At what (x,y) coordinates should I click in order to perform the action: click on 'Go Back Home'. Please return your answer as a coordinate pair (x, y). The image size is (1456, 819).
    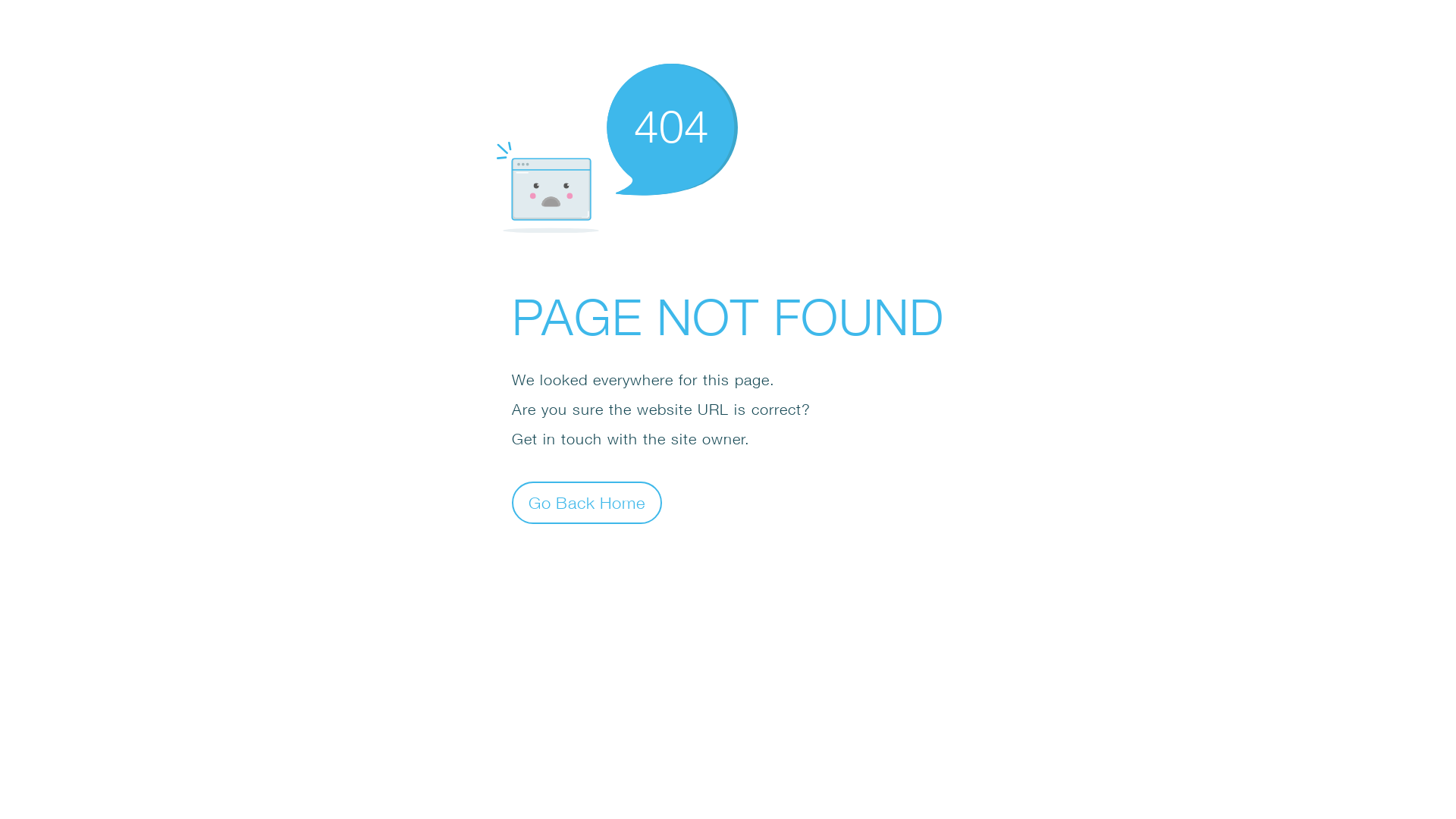
    Looking at the image, I should click on (585, 503).